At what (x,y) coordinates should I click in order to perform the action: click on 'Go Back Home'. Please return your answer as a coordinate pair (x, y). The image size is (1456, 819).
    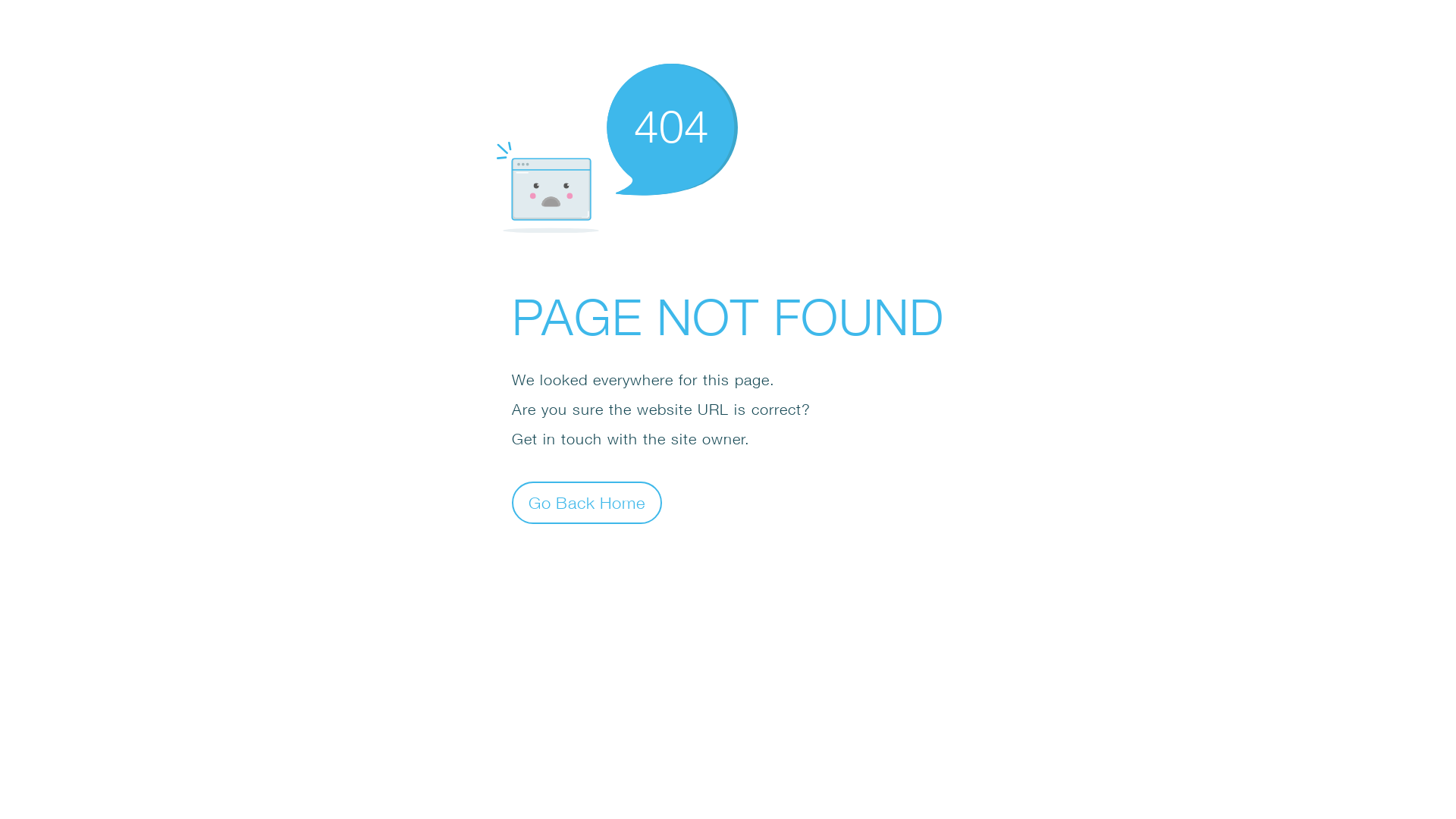
    Looking at the image, I should click on (585, 503).